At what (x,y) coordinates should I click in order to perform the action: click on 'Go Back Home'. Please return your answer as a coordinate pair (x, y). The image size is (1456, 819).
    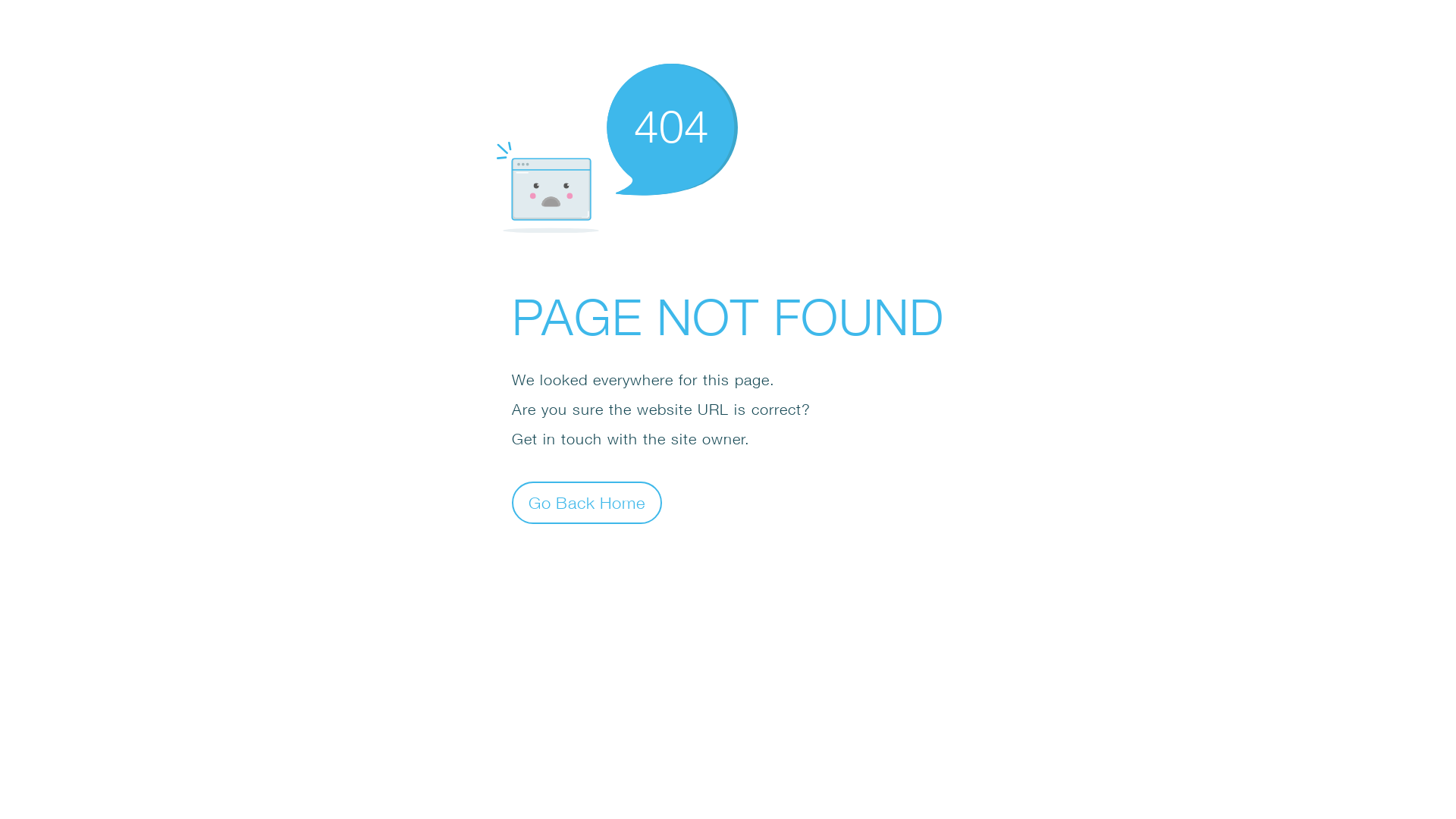
    Looking at the image, I should click on (585, 503).